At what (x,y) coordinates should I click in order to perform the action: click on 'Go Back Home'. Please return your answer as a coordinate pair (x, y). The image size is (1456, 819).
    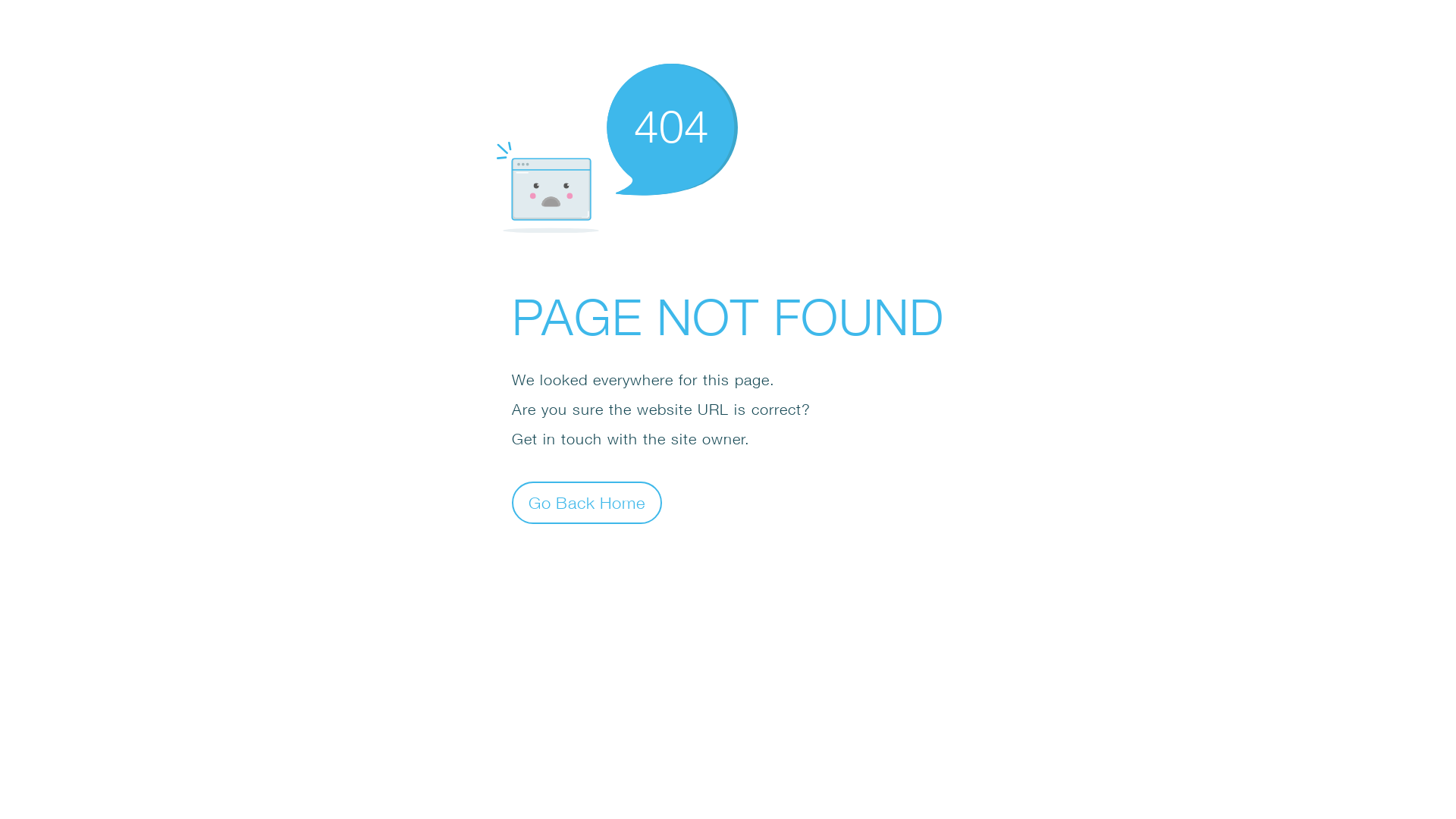
    Looking at the image, I should click on (585, 503).